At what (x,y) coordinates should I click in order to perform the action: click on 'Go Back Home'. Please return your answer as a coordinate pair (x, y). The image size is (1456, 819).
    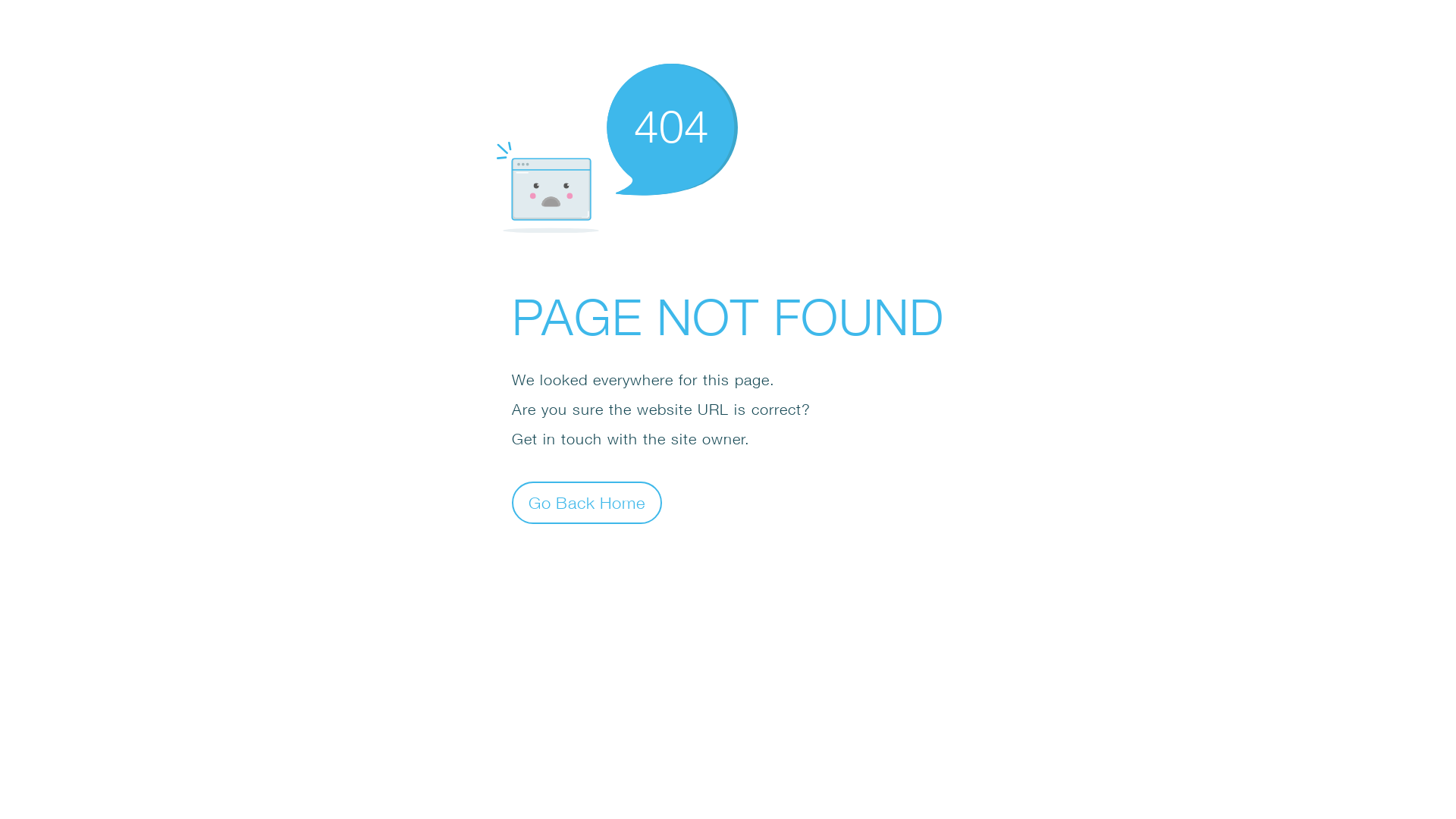
    Looking at the image, I should click on (585, 503).